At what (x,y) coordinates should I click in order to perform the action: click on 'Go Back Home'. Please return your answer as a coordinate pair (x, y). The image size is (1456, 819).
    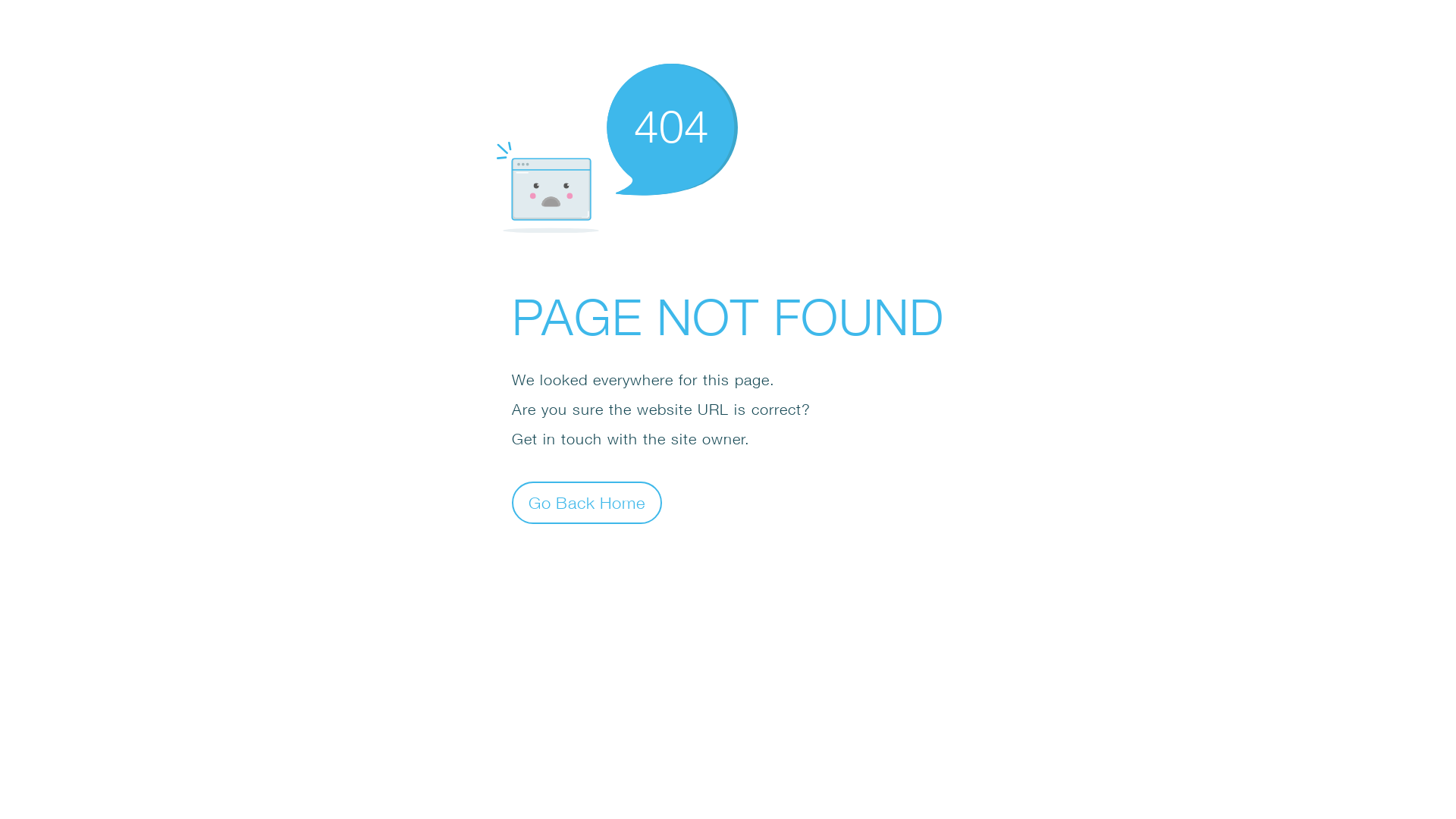
    Looking at the image, I should click on (585, 503).